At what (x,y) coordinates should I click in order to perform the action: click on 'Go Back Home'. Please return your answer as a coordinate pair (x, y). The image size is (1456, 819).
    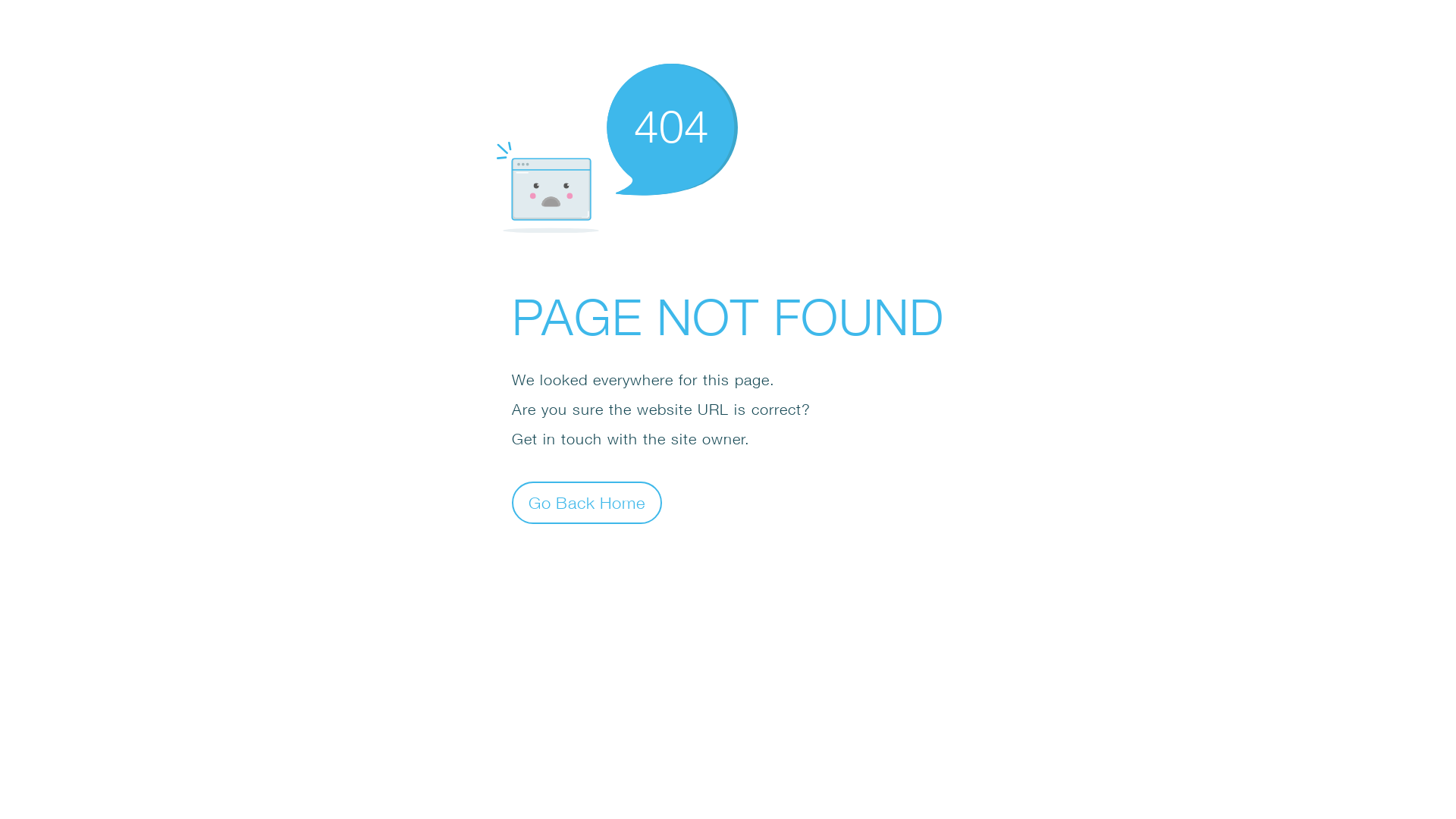
    Looking at the image, I should click on (585, 503).